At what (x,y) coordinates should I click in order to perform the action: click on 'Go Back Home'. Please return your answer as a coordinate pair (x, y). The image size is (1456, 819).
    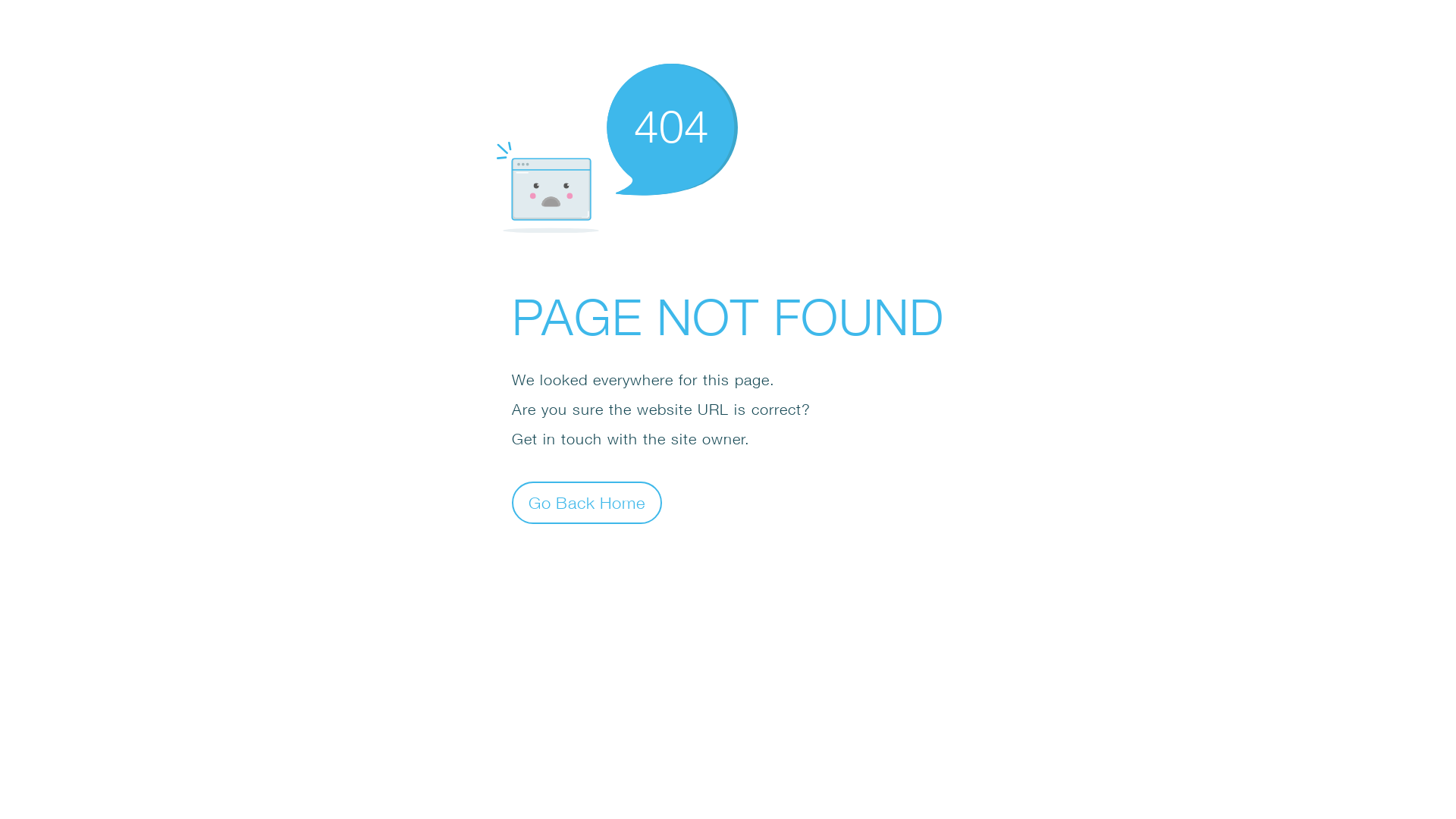
    Looking at the image, I should click on (585, 503).